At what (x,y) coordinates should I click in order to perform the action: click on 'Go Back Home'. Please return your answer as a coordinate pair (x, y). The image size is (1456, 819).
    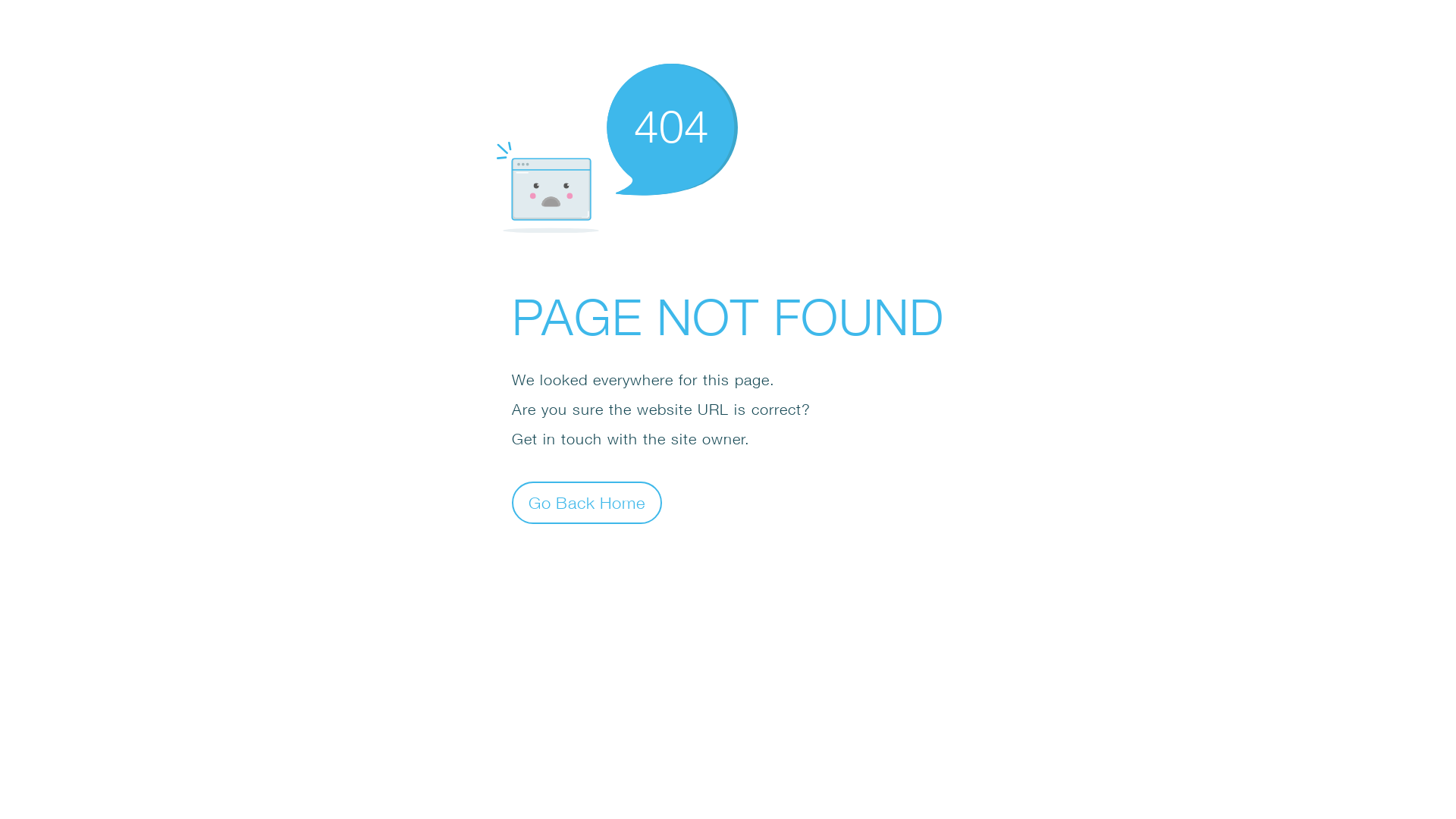
    Looking at the image, I should click on (585, 503).